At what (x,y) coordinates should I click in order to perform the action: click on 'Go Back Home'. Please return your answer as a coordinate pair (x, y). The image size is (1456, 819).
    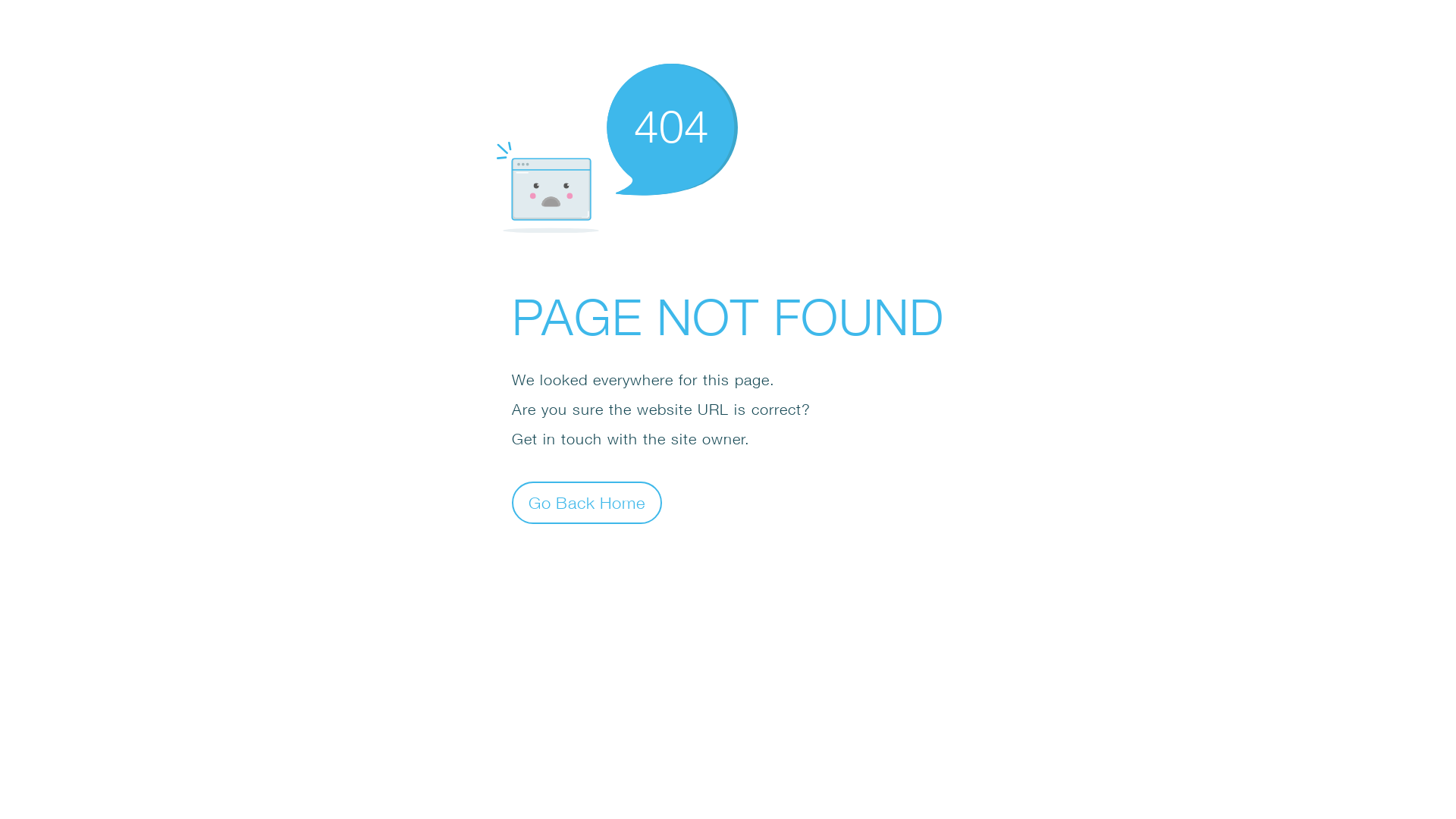
    Looking at the image, I should click on (585, 503).